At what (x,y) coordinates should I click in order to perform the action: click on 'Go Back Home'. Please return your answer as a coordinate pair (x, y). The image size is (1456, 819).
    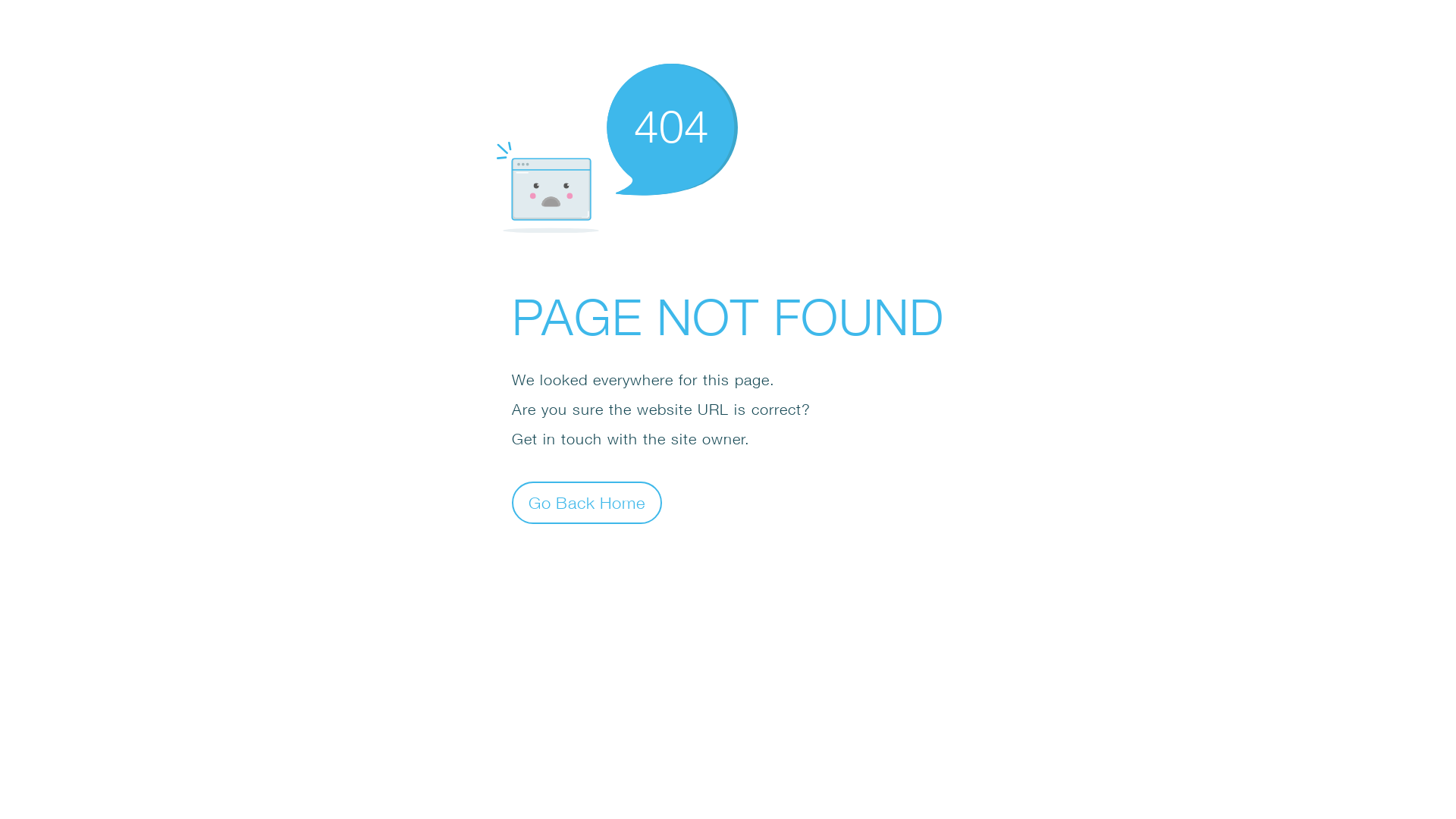
    Looking at the image, I should click on (585, 503).